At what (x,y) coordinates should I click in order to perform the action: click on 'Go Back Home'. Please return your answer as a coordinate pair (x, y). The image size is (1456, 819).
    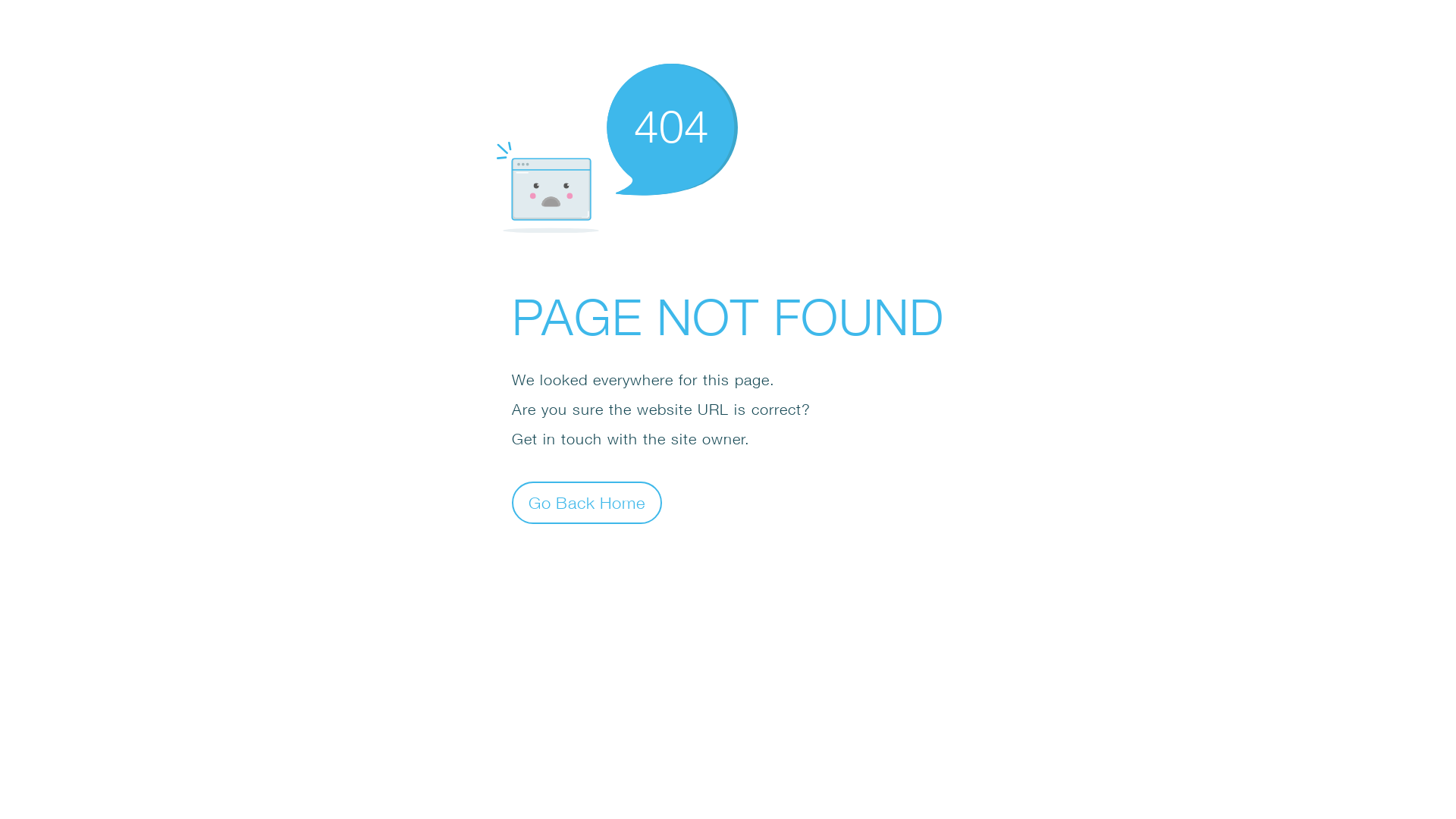
    Looking at the image, I should click on (585, 503).